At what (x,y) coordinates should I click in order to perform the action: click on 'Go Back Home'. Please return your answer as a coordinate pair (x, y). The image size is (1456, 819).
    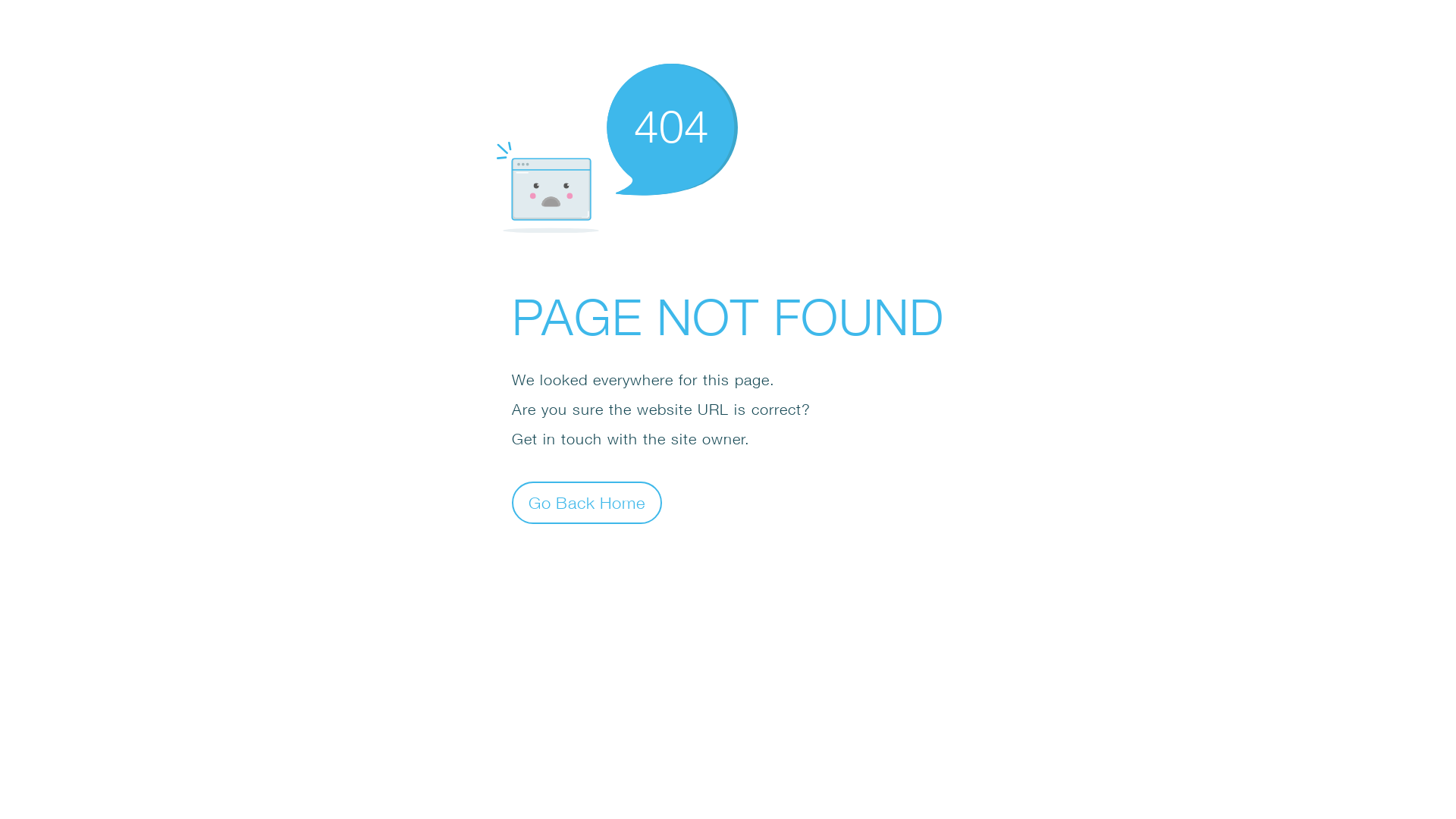
    Looking at the image, I should click on (585, 503).